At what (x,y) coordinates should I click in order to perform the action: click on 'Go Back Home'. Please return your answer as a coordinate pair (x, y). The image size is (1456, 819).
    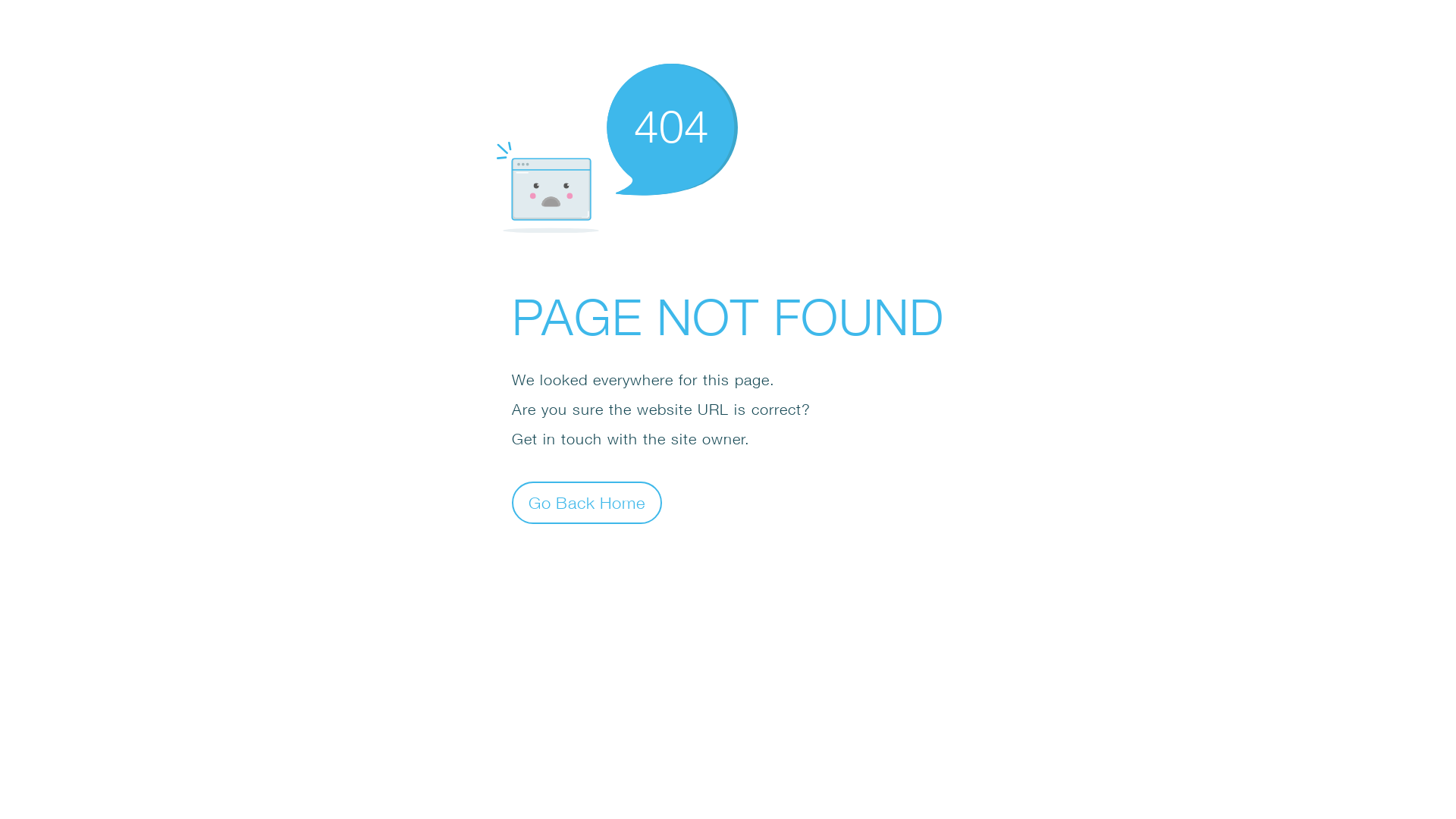
    Looking at the image, I should click on (585, 503).